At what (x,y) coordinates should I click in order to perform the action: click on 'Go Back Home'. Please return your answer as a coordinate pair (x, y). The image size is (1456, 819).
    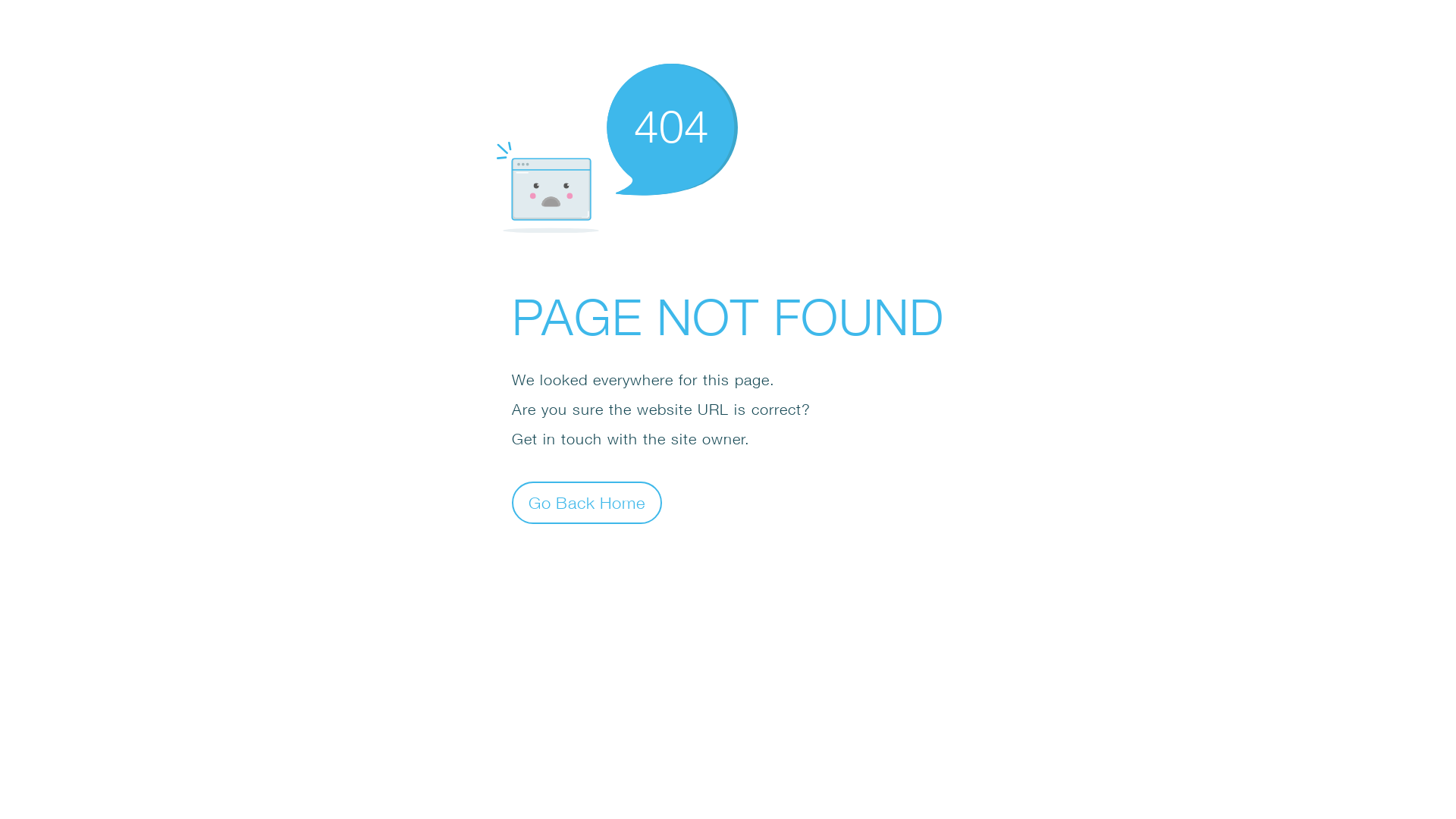
    Looking at the image, I should click on (585, 503).